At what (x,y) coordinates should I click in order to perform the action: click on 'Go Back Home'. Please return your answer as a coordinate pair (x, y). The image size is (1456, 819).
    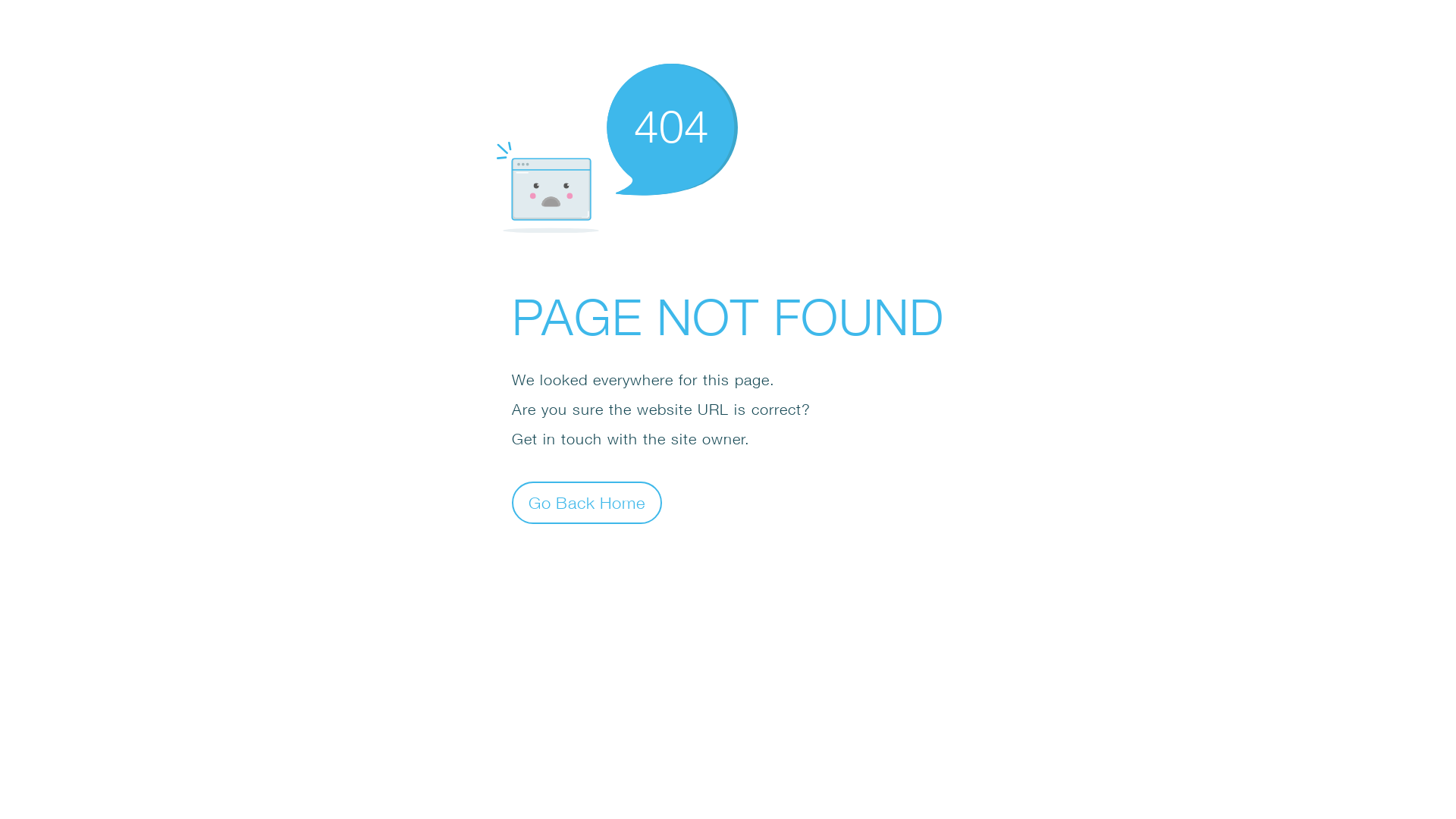
    Looking at the image, I should click on (585, 503).